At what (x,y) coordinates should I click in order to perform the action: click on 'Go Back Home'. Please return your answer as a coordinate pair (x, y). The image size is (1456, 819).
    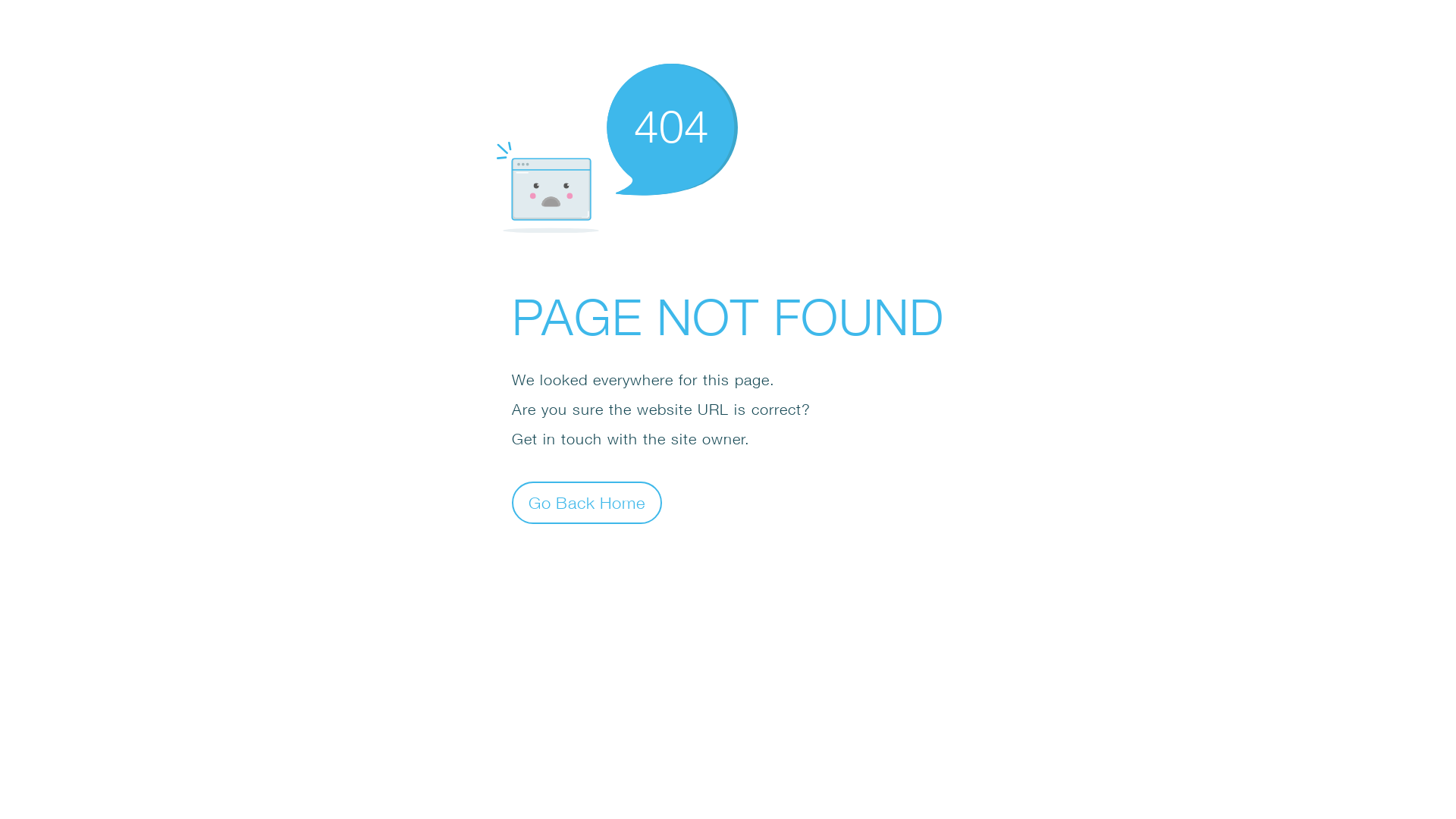
    Looking at the image, I should click on (585, 503).